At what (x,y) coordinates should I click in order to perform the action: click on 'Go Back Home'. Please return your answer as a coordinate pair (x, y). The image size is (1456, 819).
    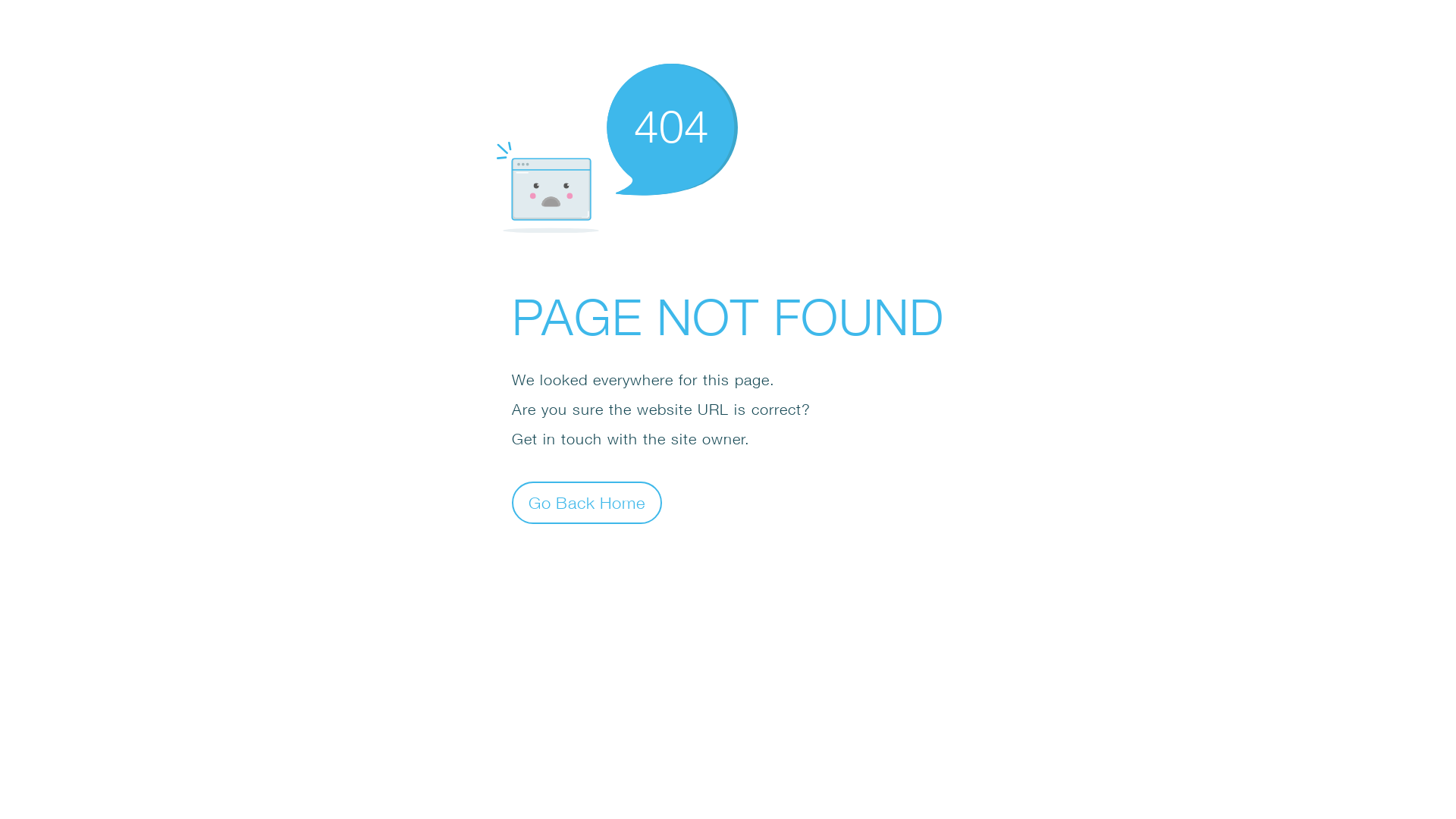
    Looking at the image, I should click on (585, 503).